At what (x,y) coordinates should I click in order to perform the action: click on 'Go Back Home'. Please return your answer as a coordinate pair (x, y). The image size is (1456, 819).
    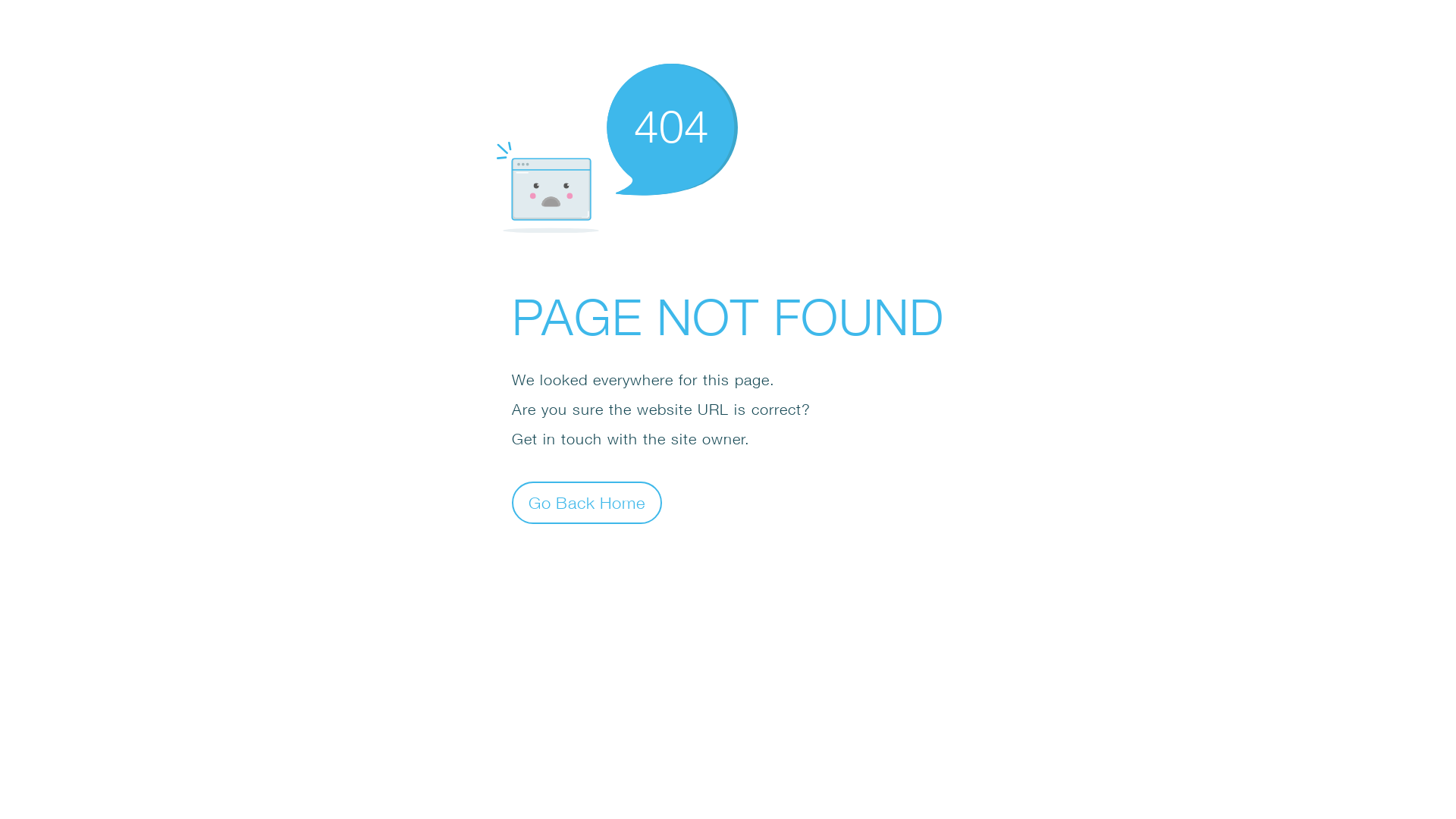
    Looking at the image, I should click on (585, 503).